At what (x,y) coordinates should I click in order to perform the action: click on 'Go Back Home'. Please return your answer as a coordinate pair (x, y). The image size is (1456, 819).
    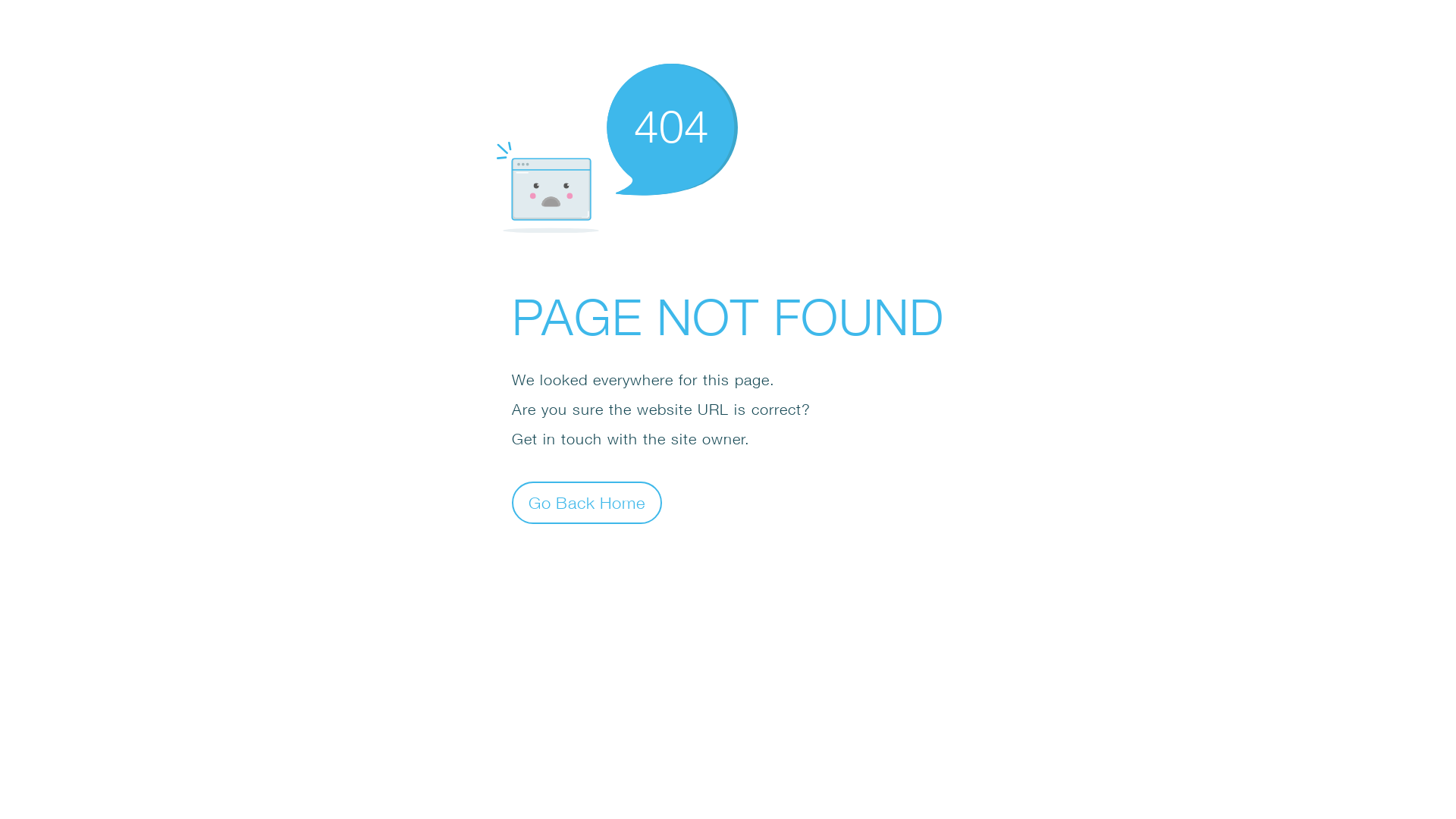
    Looking at the image, I should click on (585, 503).